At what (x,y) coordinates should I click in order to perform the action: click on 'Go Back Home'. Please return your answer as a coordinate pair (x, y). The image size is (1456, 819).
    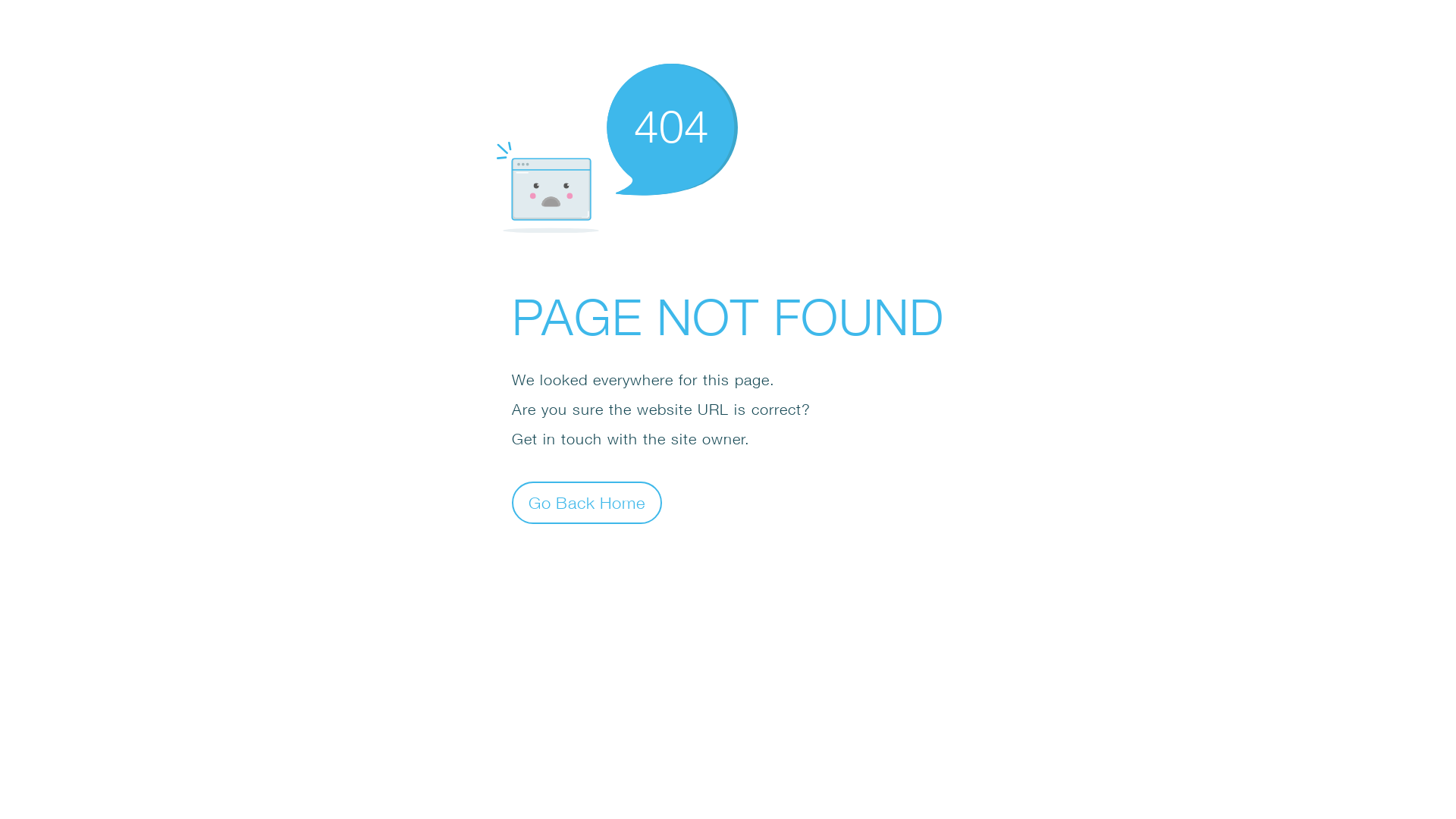
    Looking at the image, I should click on (585, 503).